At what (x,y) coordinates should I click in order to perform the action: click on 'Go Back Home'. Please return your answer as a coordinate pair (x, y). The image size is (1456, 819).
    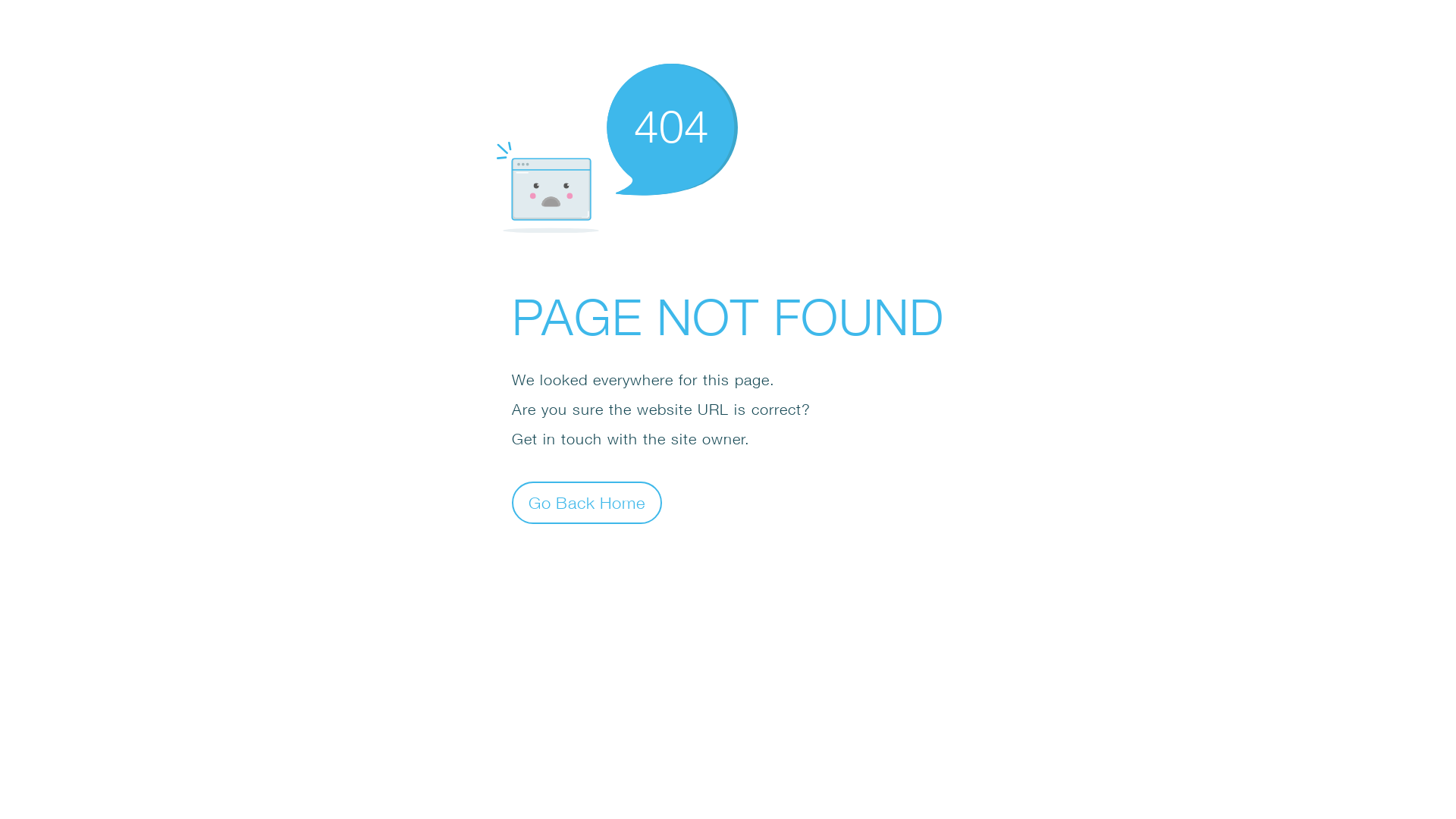
    Looking at the image, I should click on (585, 503).